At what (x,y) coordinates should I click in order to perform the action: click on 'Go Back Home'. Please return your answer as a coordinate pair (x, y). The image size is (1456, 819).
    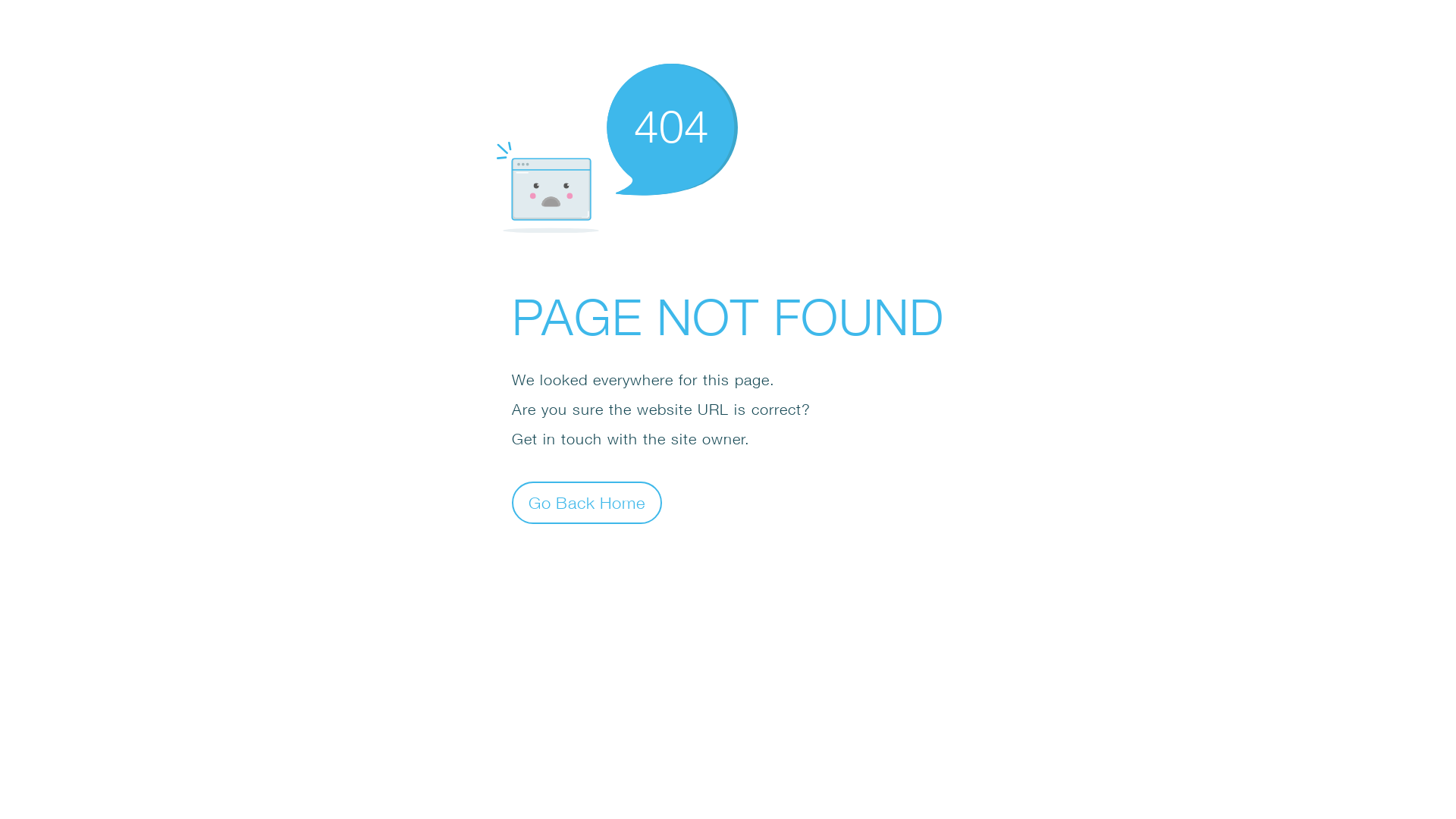
    Looking at the image, I should click on (585, 503).